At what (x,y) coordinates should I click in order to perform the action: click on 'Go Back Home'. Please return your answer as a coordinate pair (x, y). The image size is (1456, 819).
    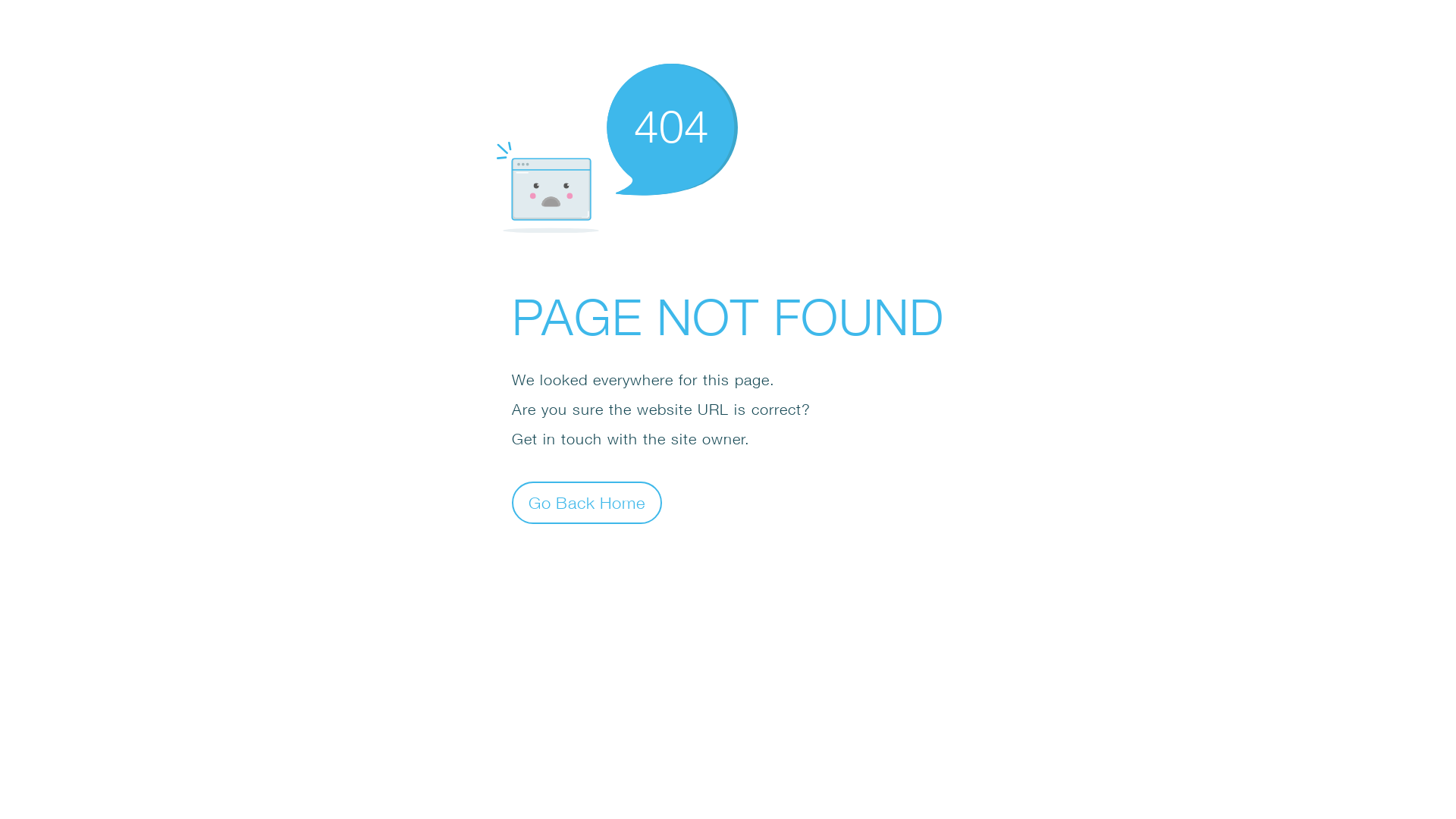
    Looking at the image, I should click on (585, 503).